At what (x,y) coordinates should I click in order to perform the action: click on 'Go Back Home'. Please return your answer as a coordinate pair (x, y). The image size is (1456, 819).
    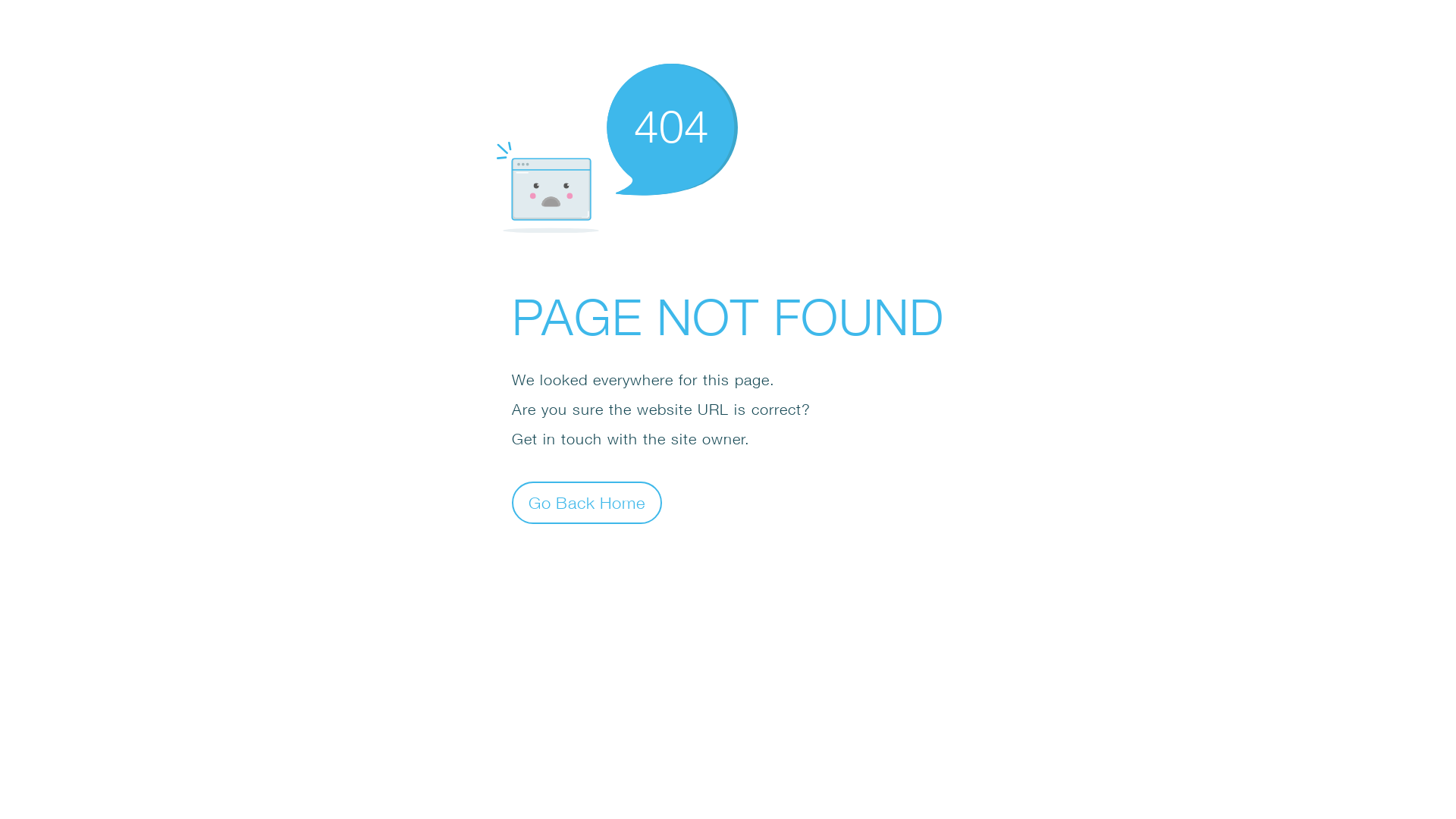
    Looking at the image, I should click on (585, 503).